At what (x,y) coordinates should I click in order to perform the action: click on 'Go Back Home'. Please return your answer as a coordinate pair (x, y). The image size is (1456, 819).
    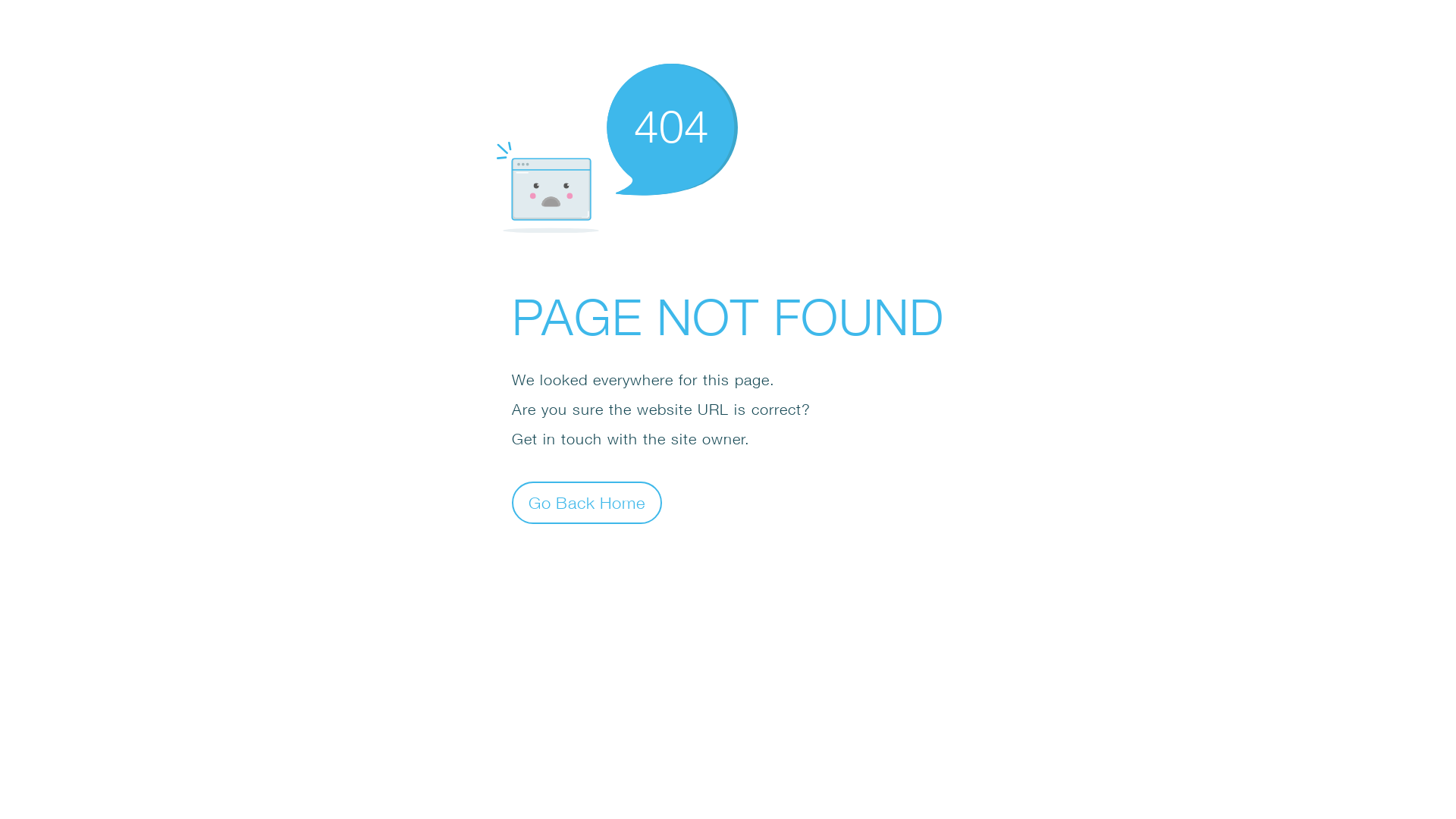
    Looking at the image, I should click on (585, 503).